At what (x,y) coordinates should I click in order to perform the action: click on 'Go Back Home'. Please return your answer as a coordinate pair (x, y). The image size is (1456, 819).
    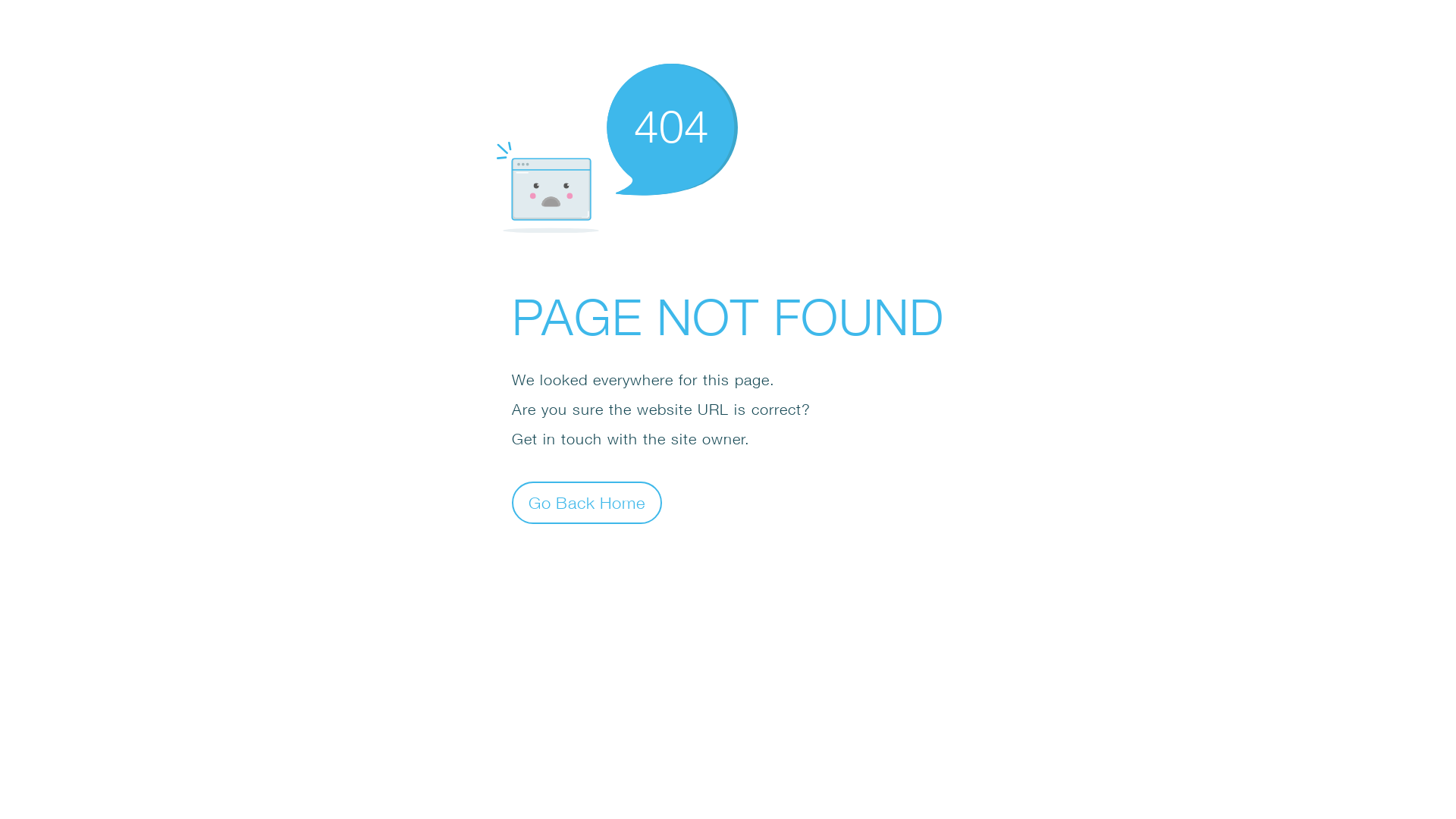
    Looking at the image, I should click on (585, 503).